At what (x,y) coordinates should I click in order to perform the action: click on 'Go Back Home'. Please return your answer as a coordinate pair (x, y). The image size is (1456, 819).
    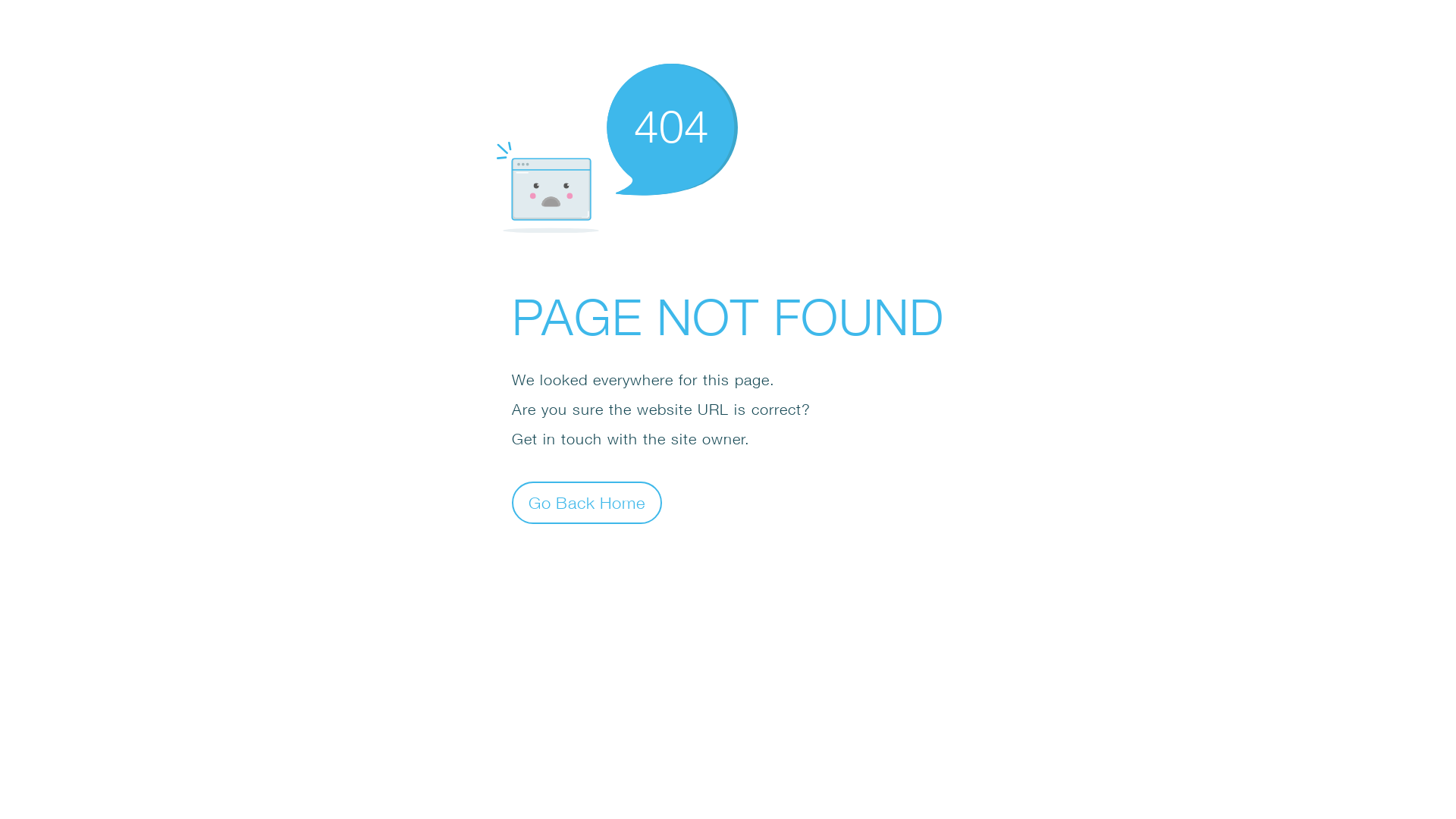
    Looking at the image, I should click on (585, 503).